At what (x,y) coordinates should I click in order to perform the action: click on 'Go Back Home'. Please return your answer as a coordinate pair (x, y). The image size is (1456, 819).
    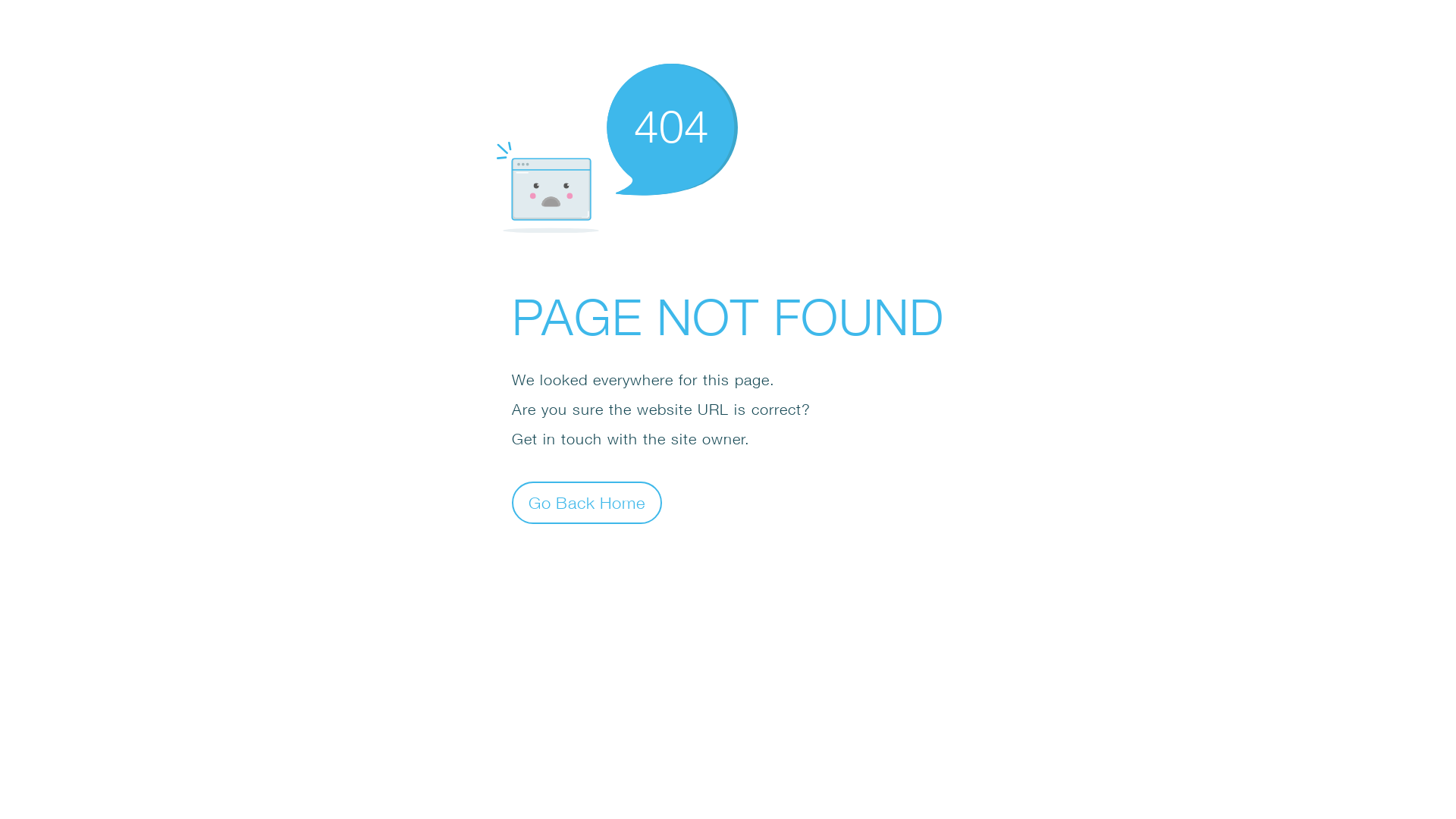
    Looking at the image, I should click on (585, 503).